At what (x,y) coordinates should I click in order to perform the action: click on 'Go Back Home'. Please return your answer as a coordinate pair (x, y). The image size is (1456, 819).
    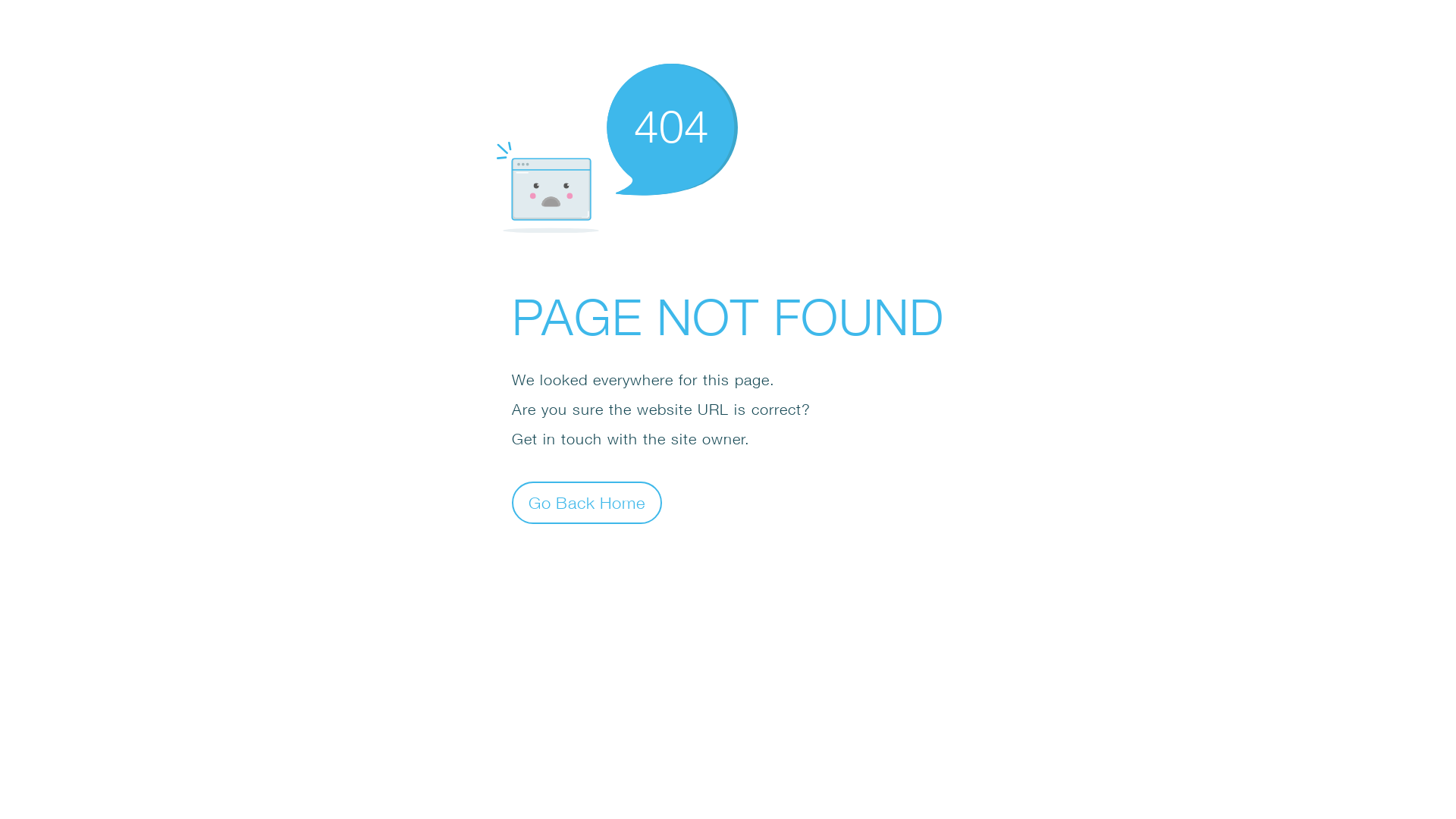
    Looking at the image, I should click on (585, 503).